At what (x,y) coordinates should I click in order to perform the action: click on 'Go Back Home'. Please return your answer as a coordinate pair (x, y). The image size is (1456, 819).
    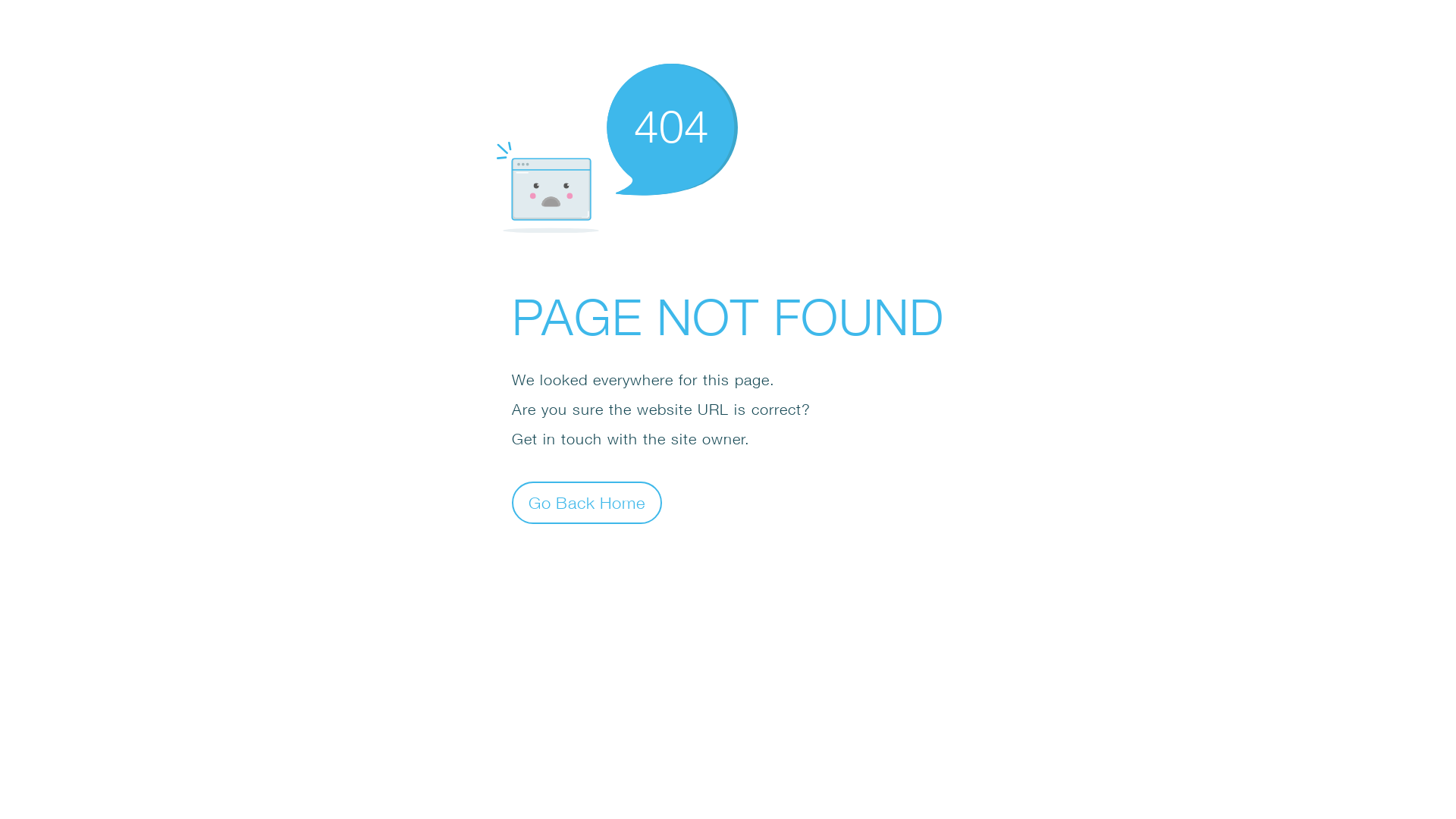
    Looking at the image, I should click on (585, 503).